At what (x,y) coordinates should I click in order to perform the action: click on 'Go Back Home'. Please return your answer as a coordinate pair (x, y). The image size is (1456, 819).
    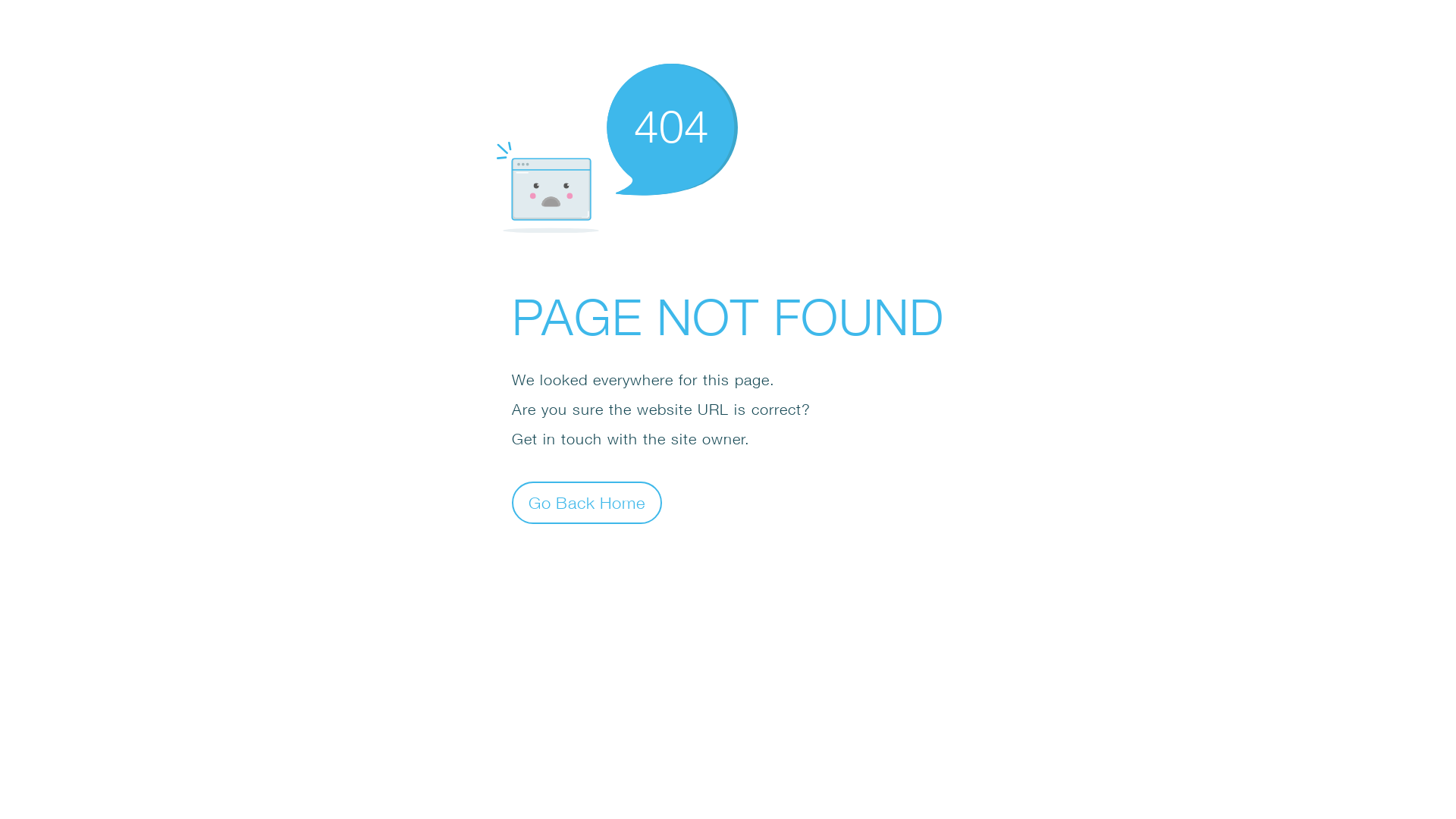
    Looking at the image, I should click on (585, 503).